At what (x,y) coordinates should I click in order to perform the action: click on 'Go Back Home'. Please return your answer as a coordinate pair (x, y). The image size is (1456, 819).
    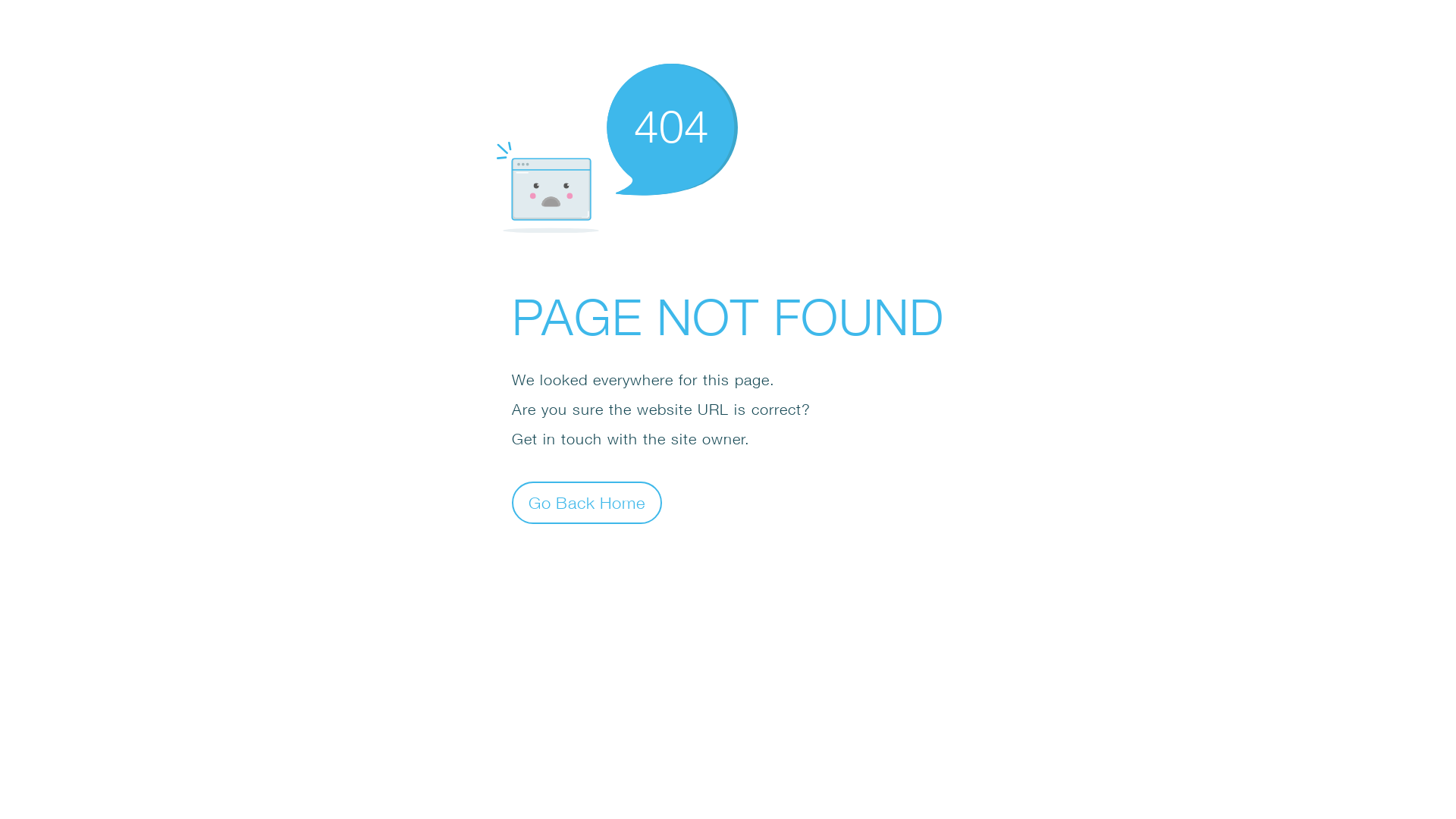
    Looking at the image, I should click on (585, 503).